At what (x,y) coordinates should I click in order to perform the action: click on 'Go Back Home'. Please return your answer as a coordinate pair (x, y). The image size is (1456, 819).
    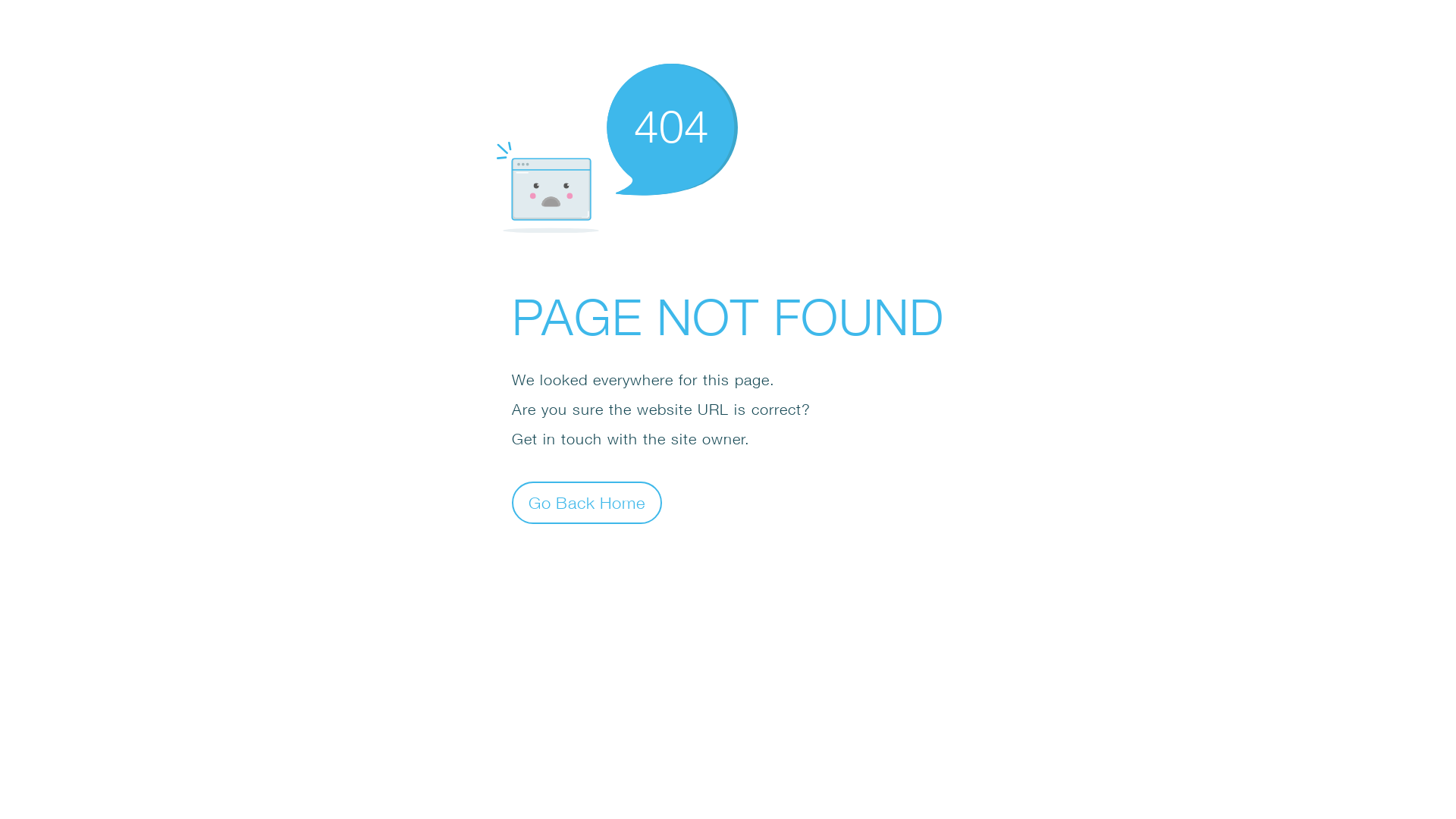
    Looking at the image, I should click on (585, 503).